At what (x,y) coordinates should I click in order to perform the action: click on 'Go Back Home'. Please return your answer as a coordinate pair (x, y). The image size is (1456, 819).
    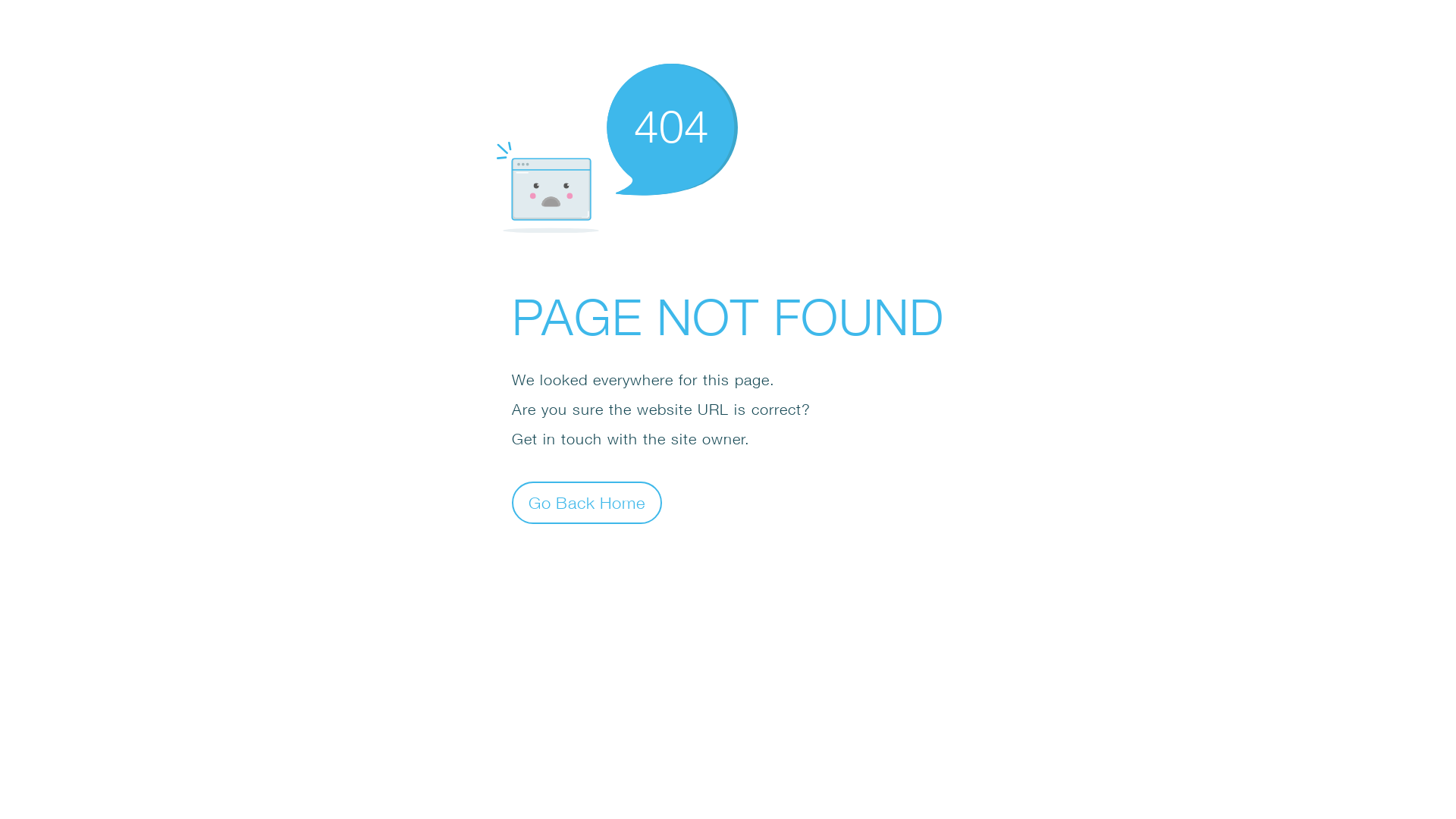
    Looking at the image, I should click on (585, 503).